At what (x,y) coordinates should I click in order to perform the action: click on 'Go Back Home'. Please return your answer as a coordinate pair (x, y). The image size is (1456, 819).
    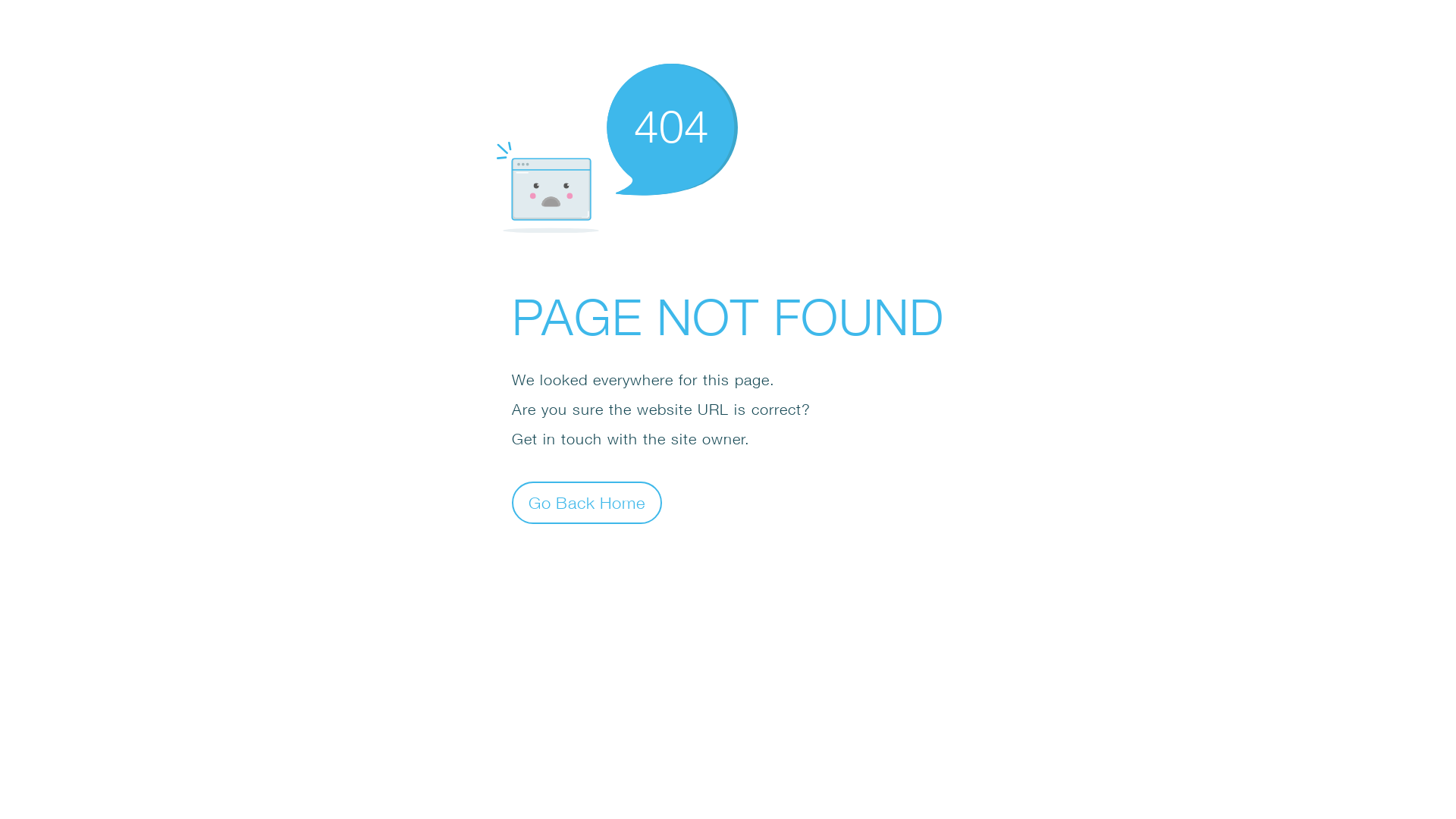
    Looking at the image, I should click on (585, 503).